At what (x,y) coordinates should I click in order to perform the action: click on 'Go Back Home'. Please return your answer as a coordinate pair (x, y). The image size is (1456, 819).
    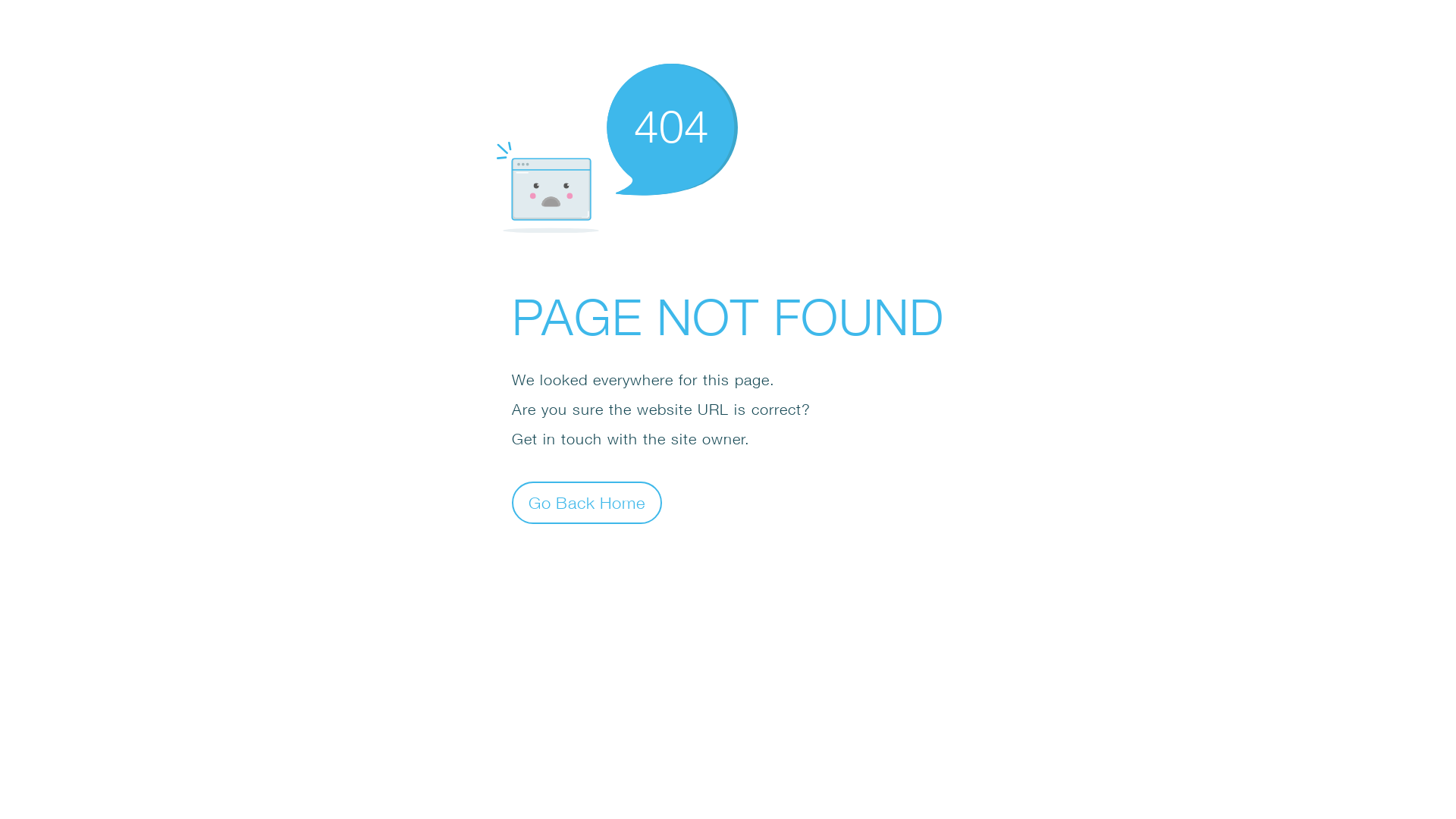
    Looking at the image, I should click on (585, 503).